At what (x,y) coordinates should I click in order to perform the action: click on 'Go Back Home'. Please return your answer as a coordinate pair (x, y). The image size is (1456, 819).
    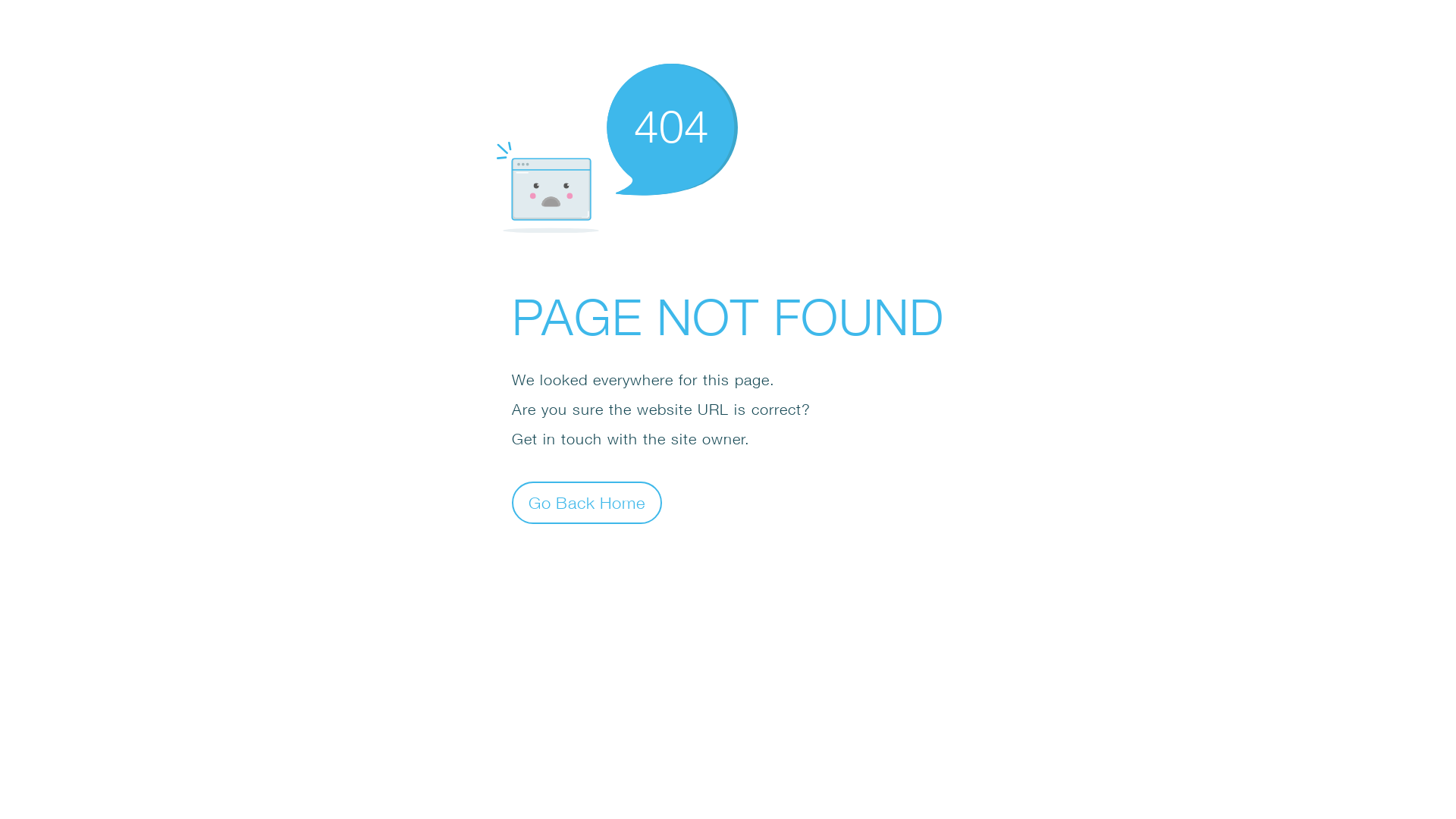
    Looking at the image, I should click on (585, 503).